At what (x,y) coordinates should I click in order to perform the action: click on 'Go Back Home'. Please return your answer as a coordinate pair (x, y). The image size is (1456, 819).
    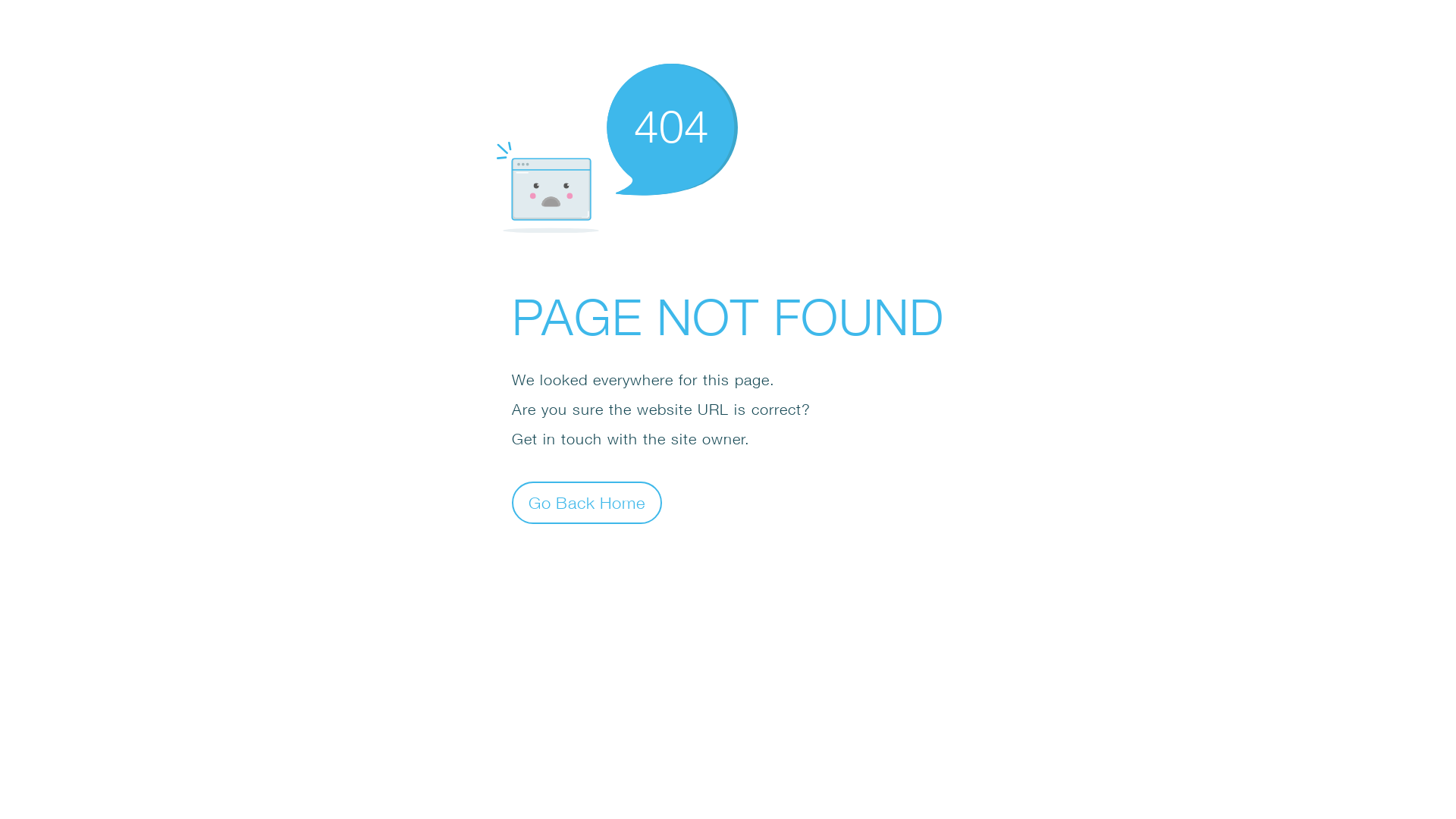
    Looking at the image, I should click on (585, 503).